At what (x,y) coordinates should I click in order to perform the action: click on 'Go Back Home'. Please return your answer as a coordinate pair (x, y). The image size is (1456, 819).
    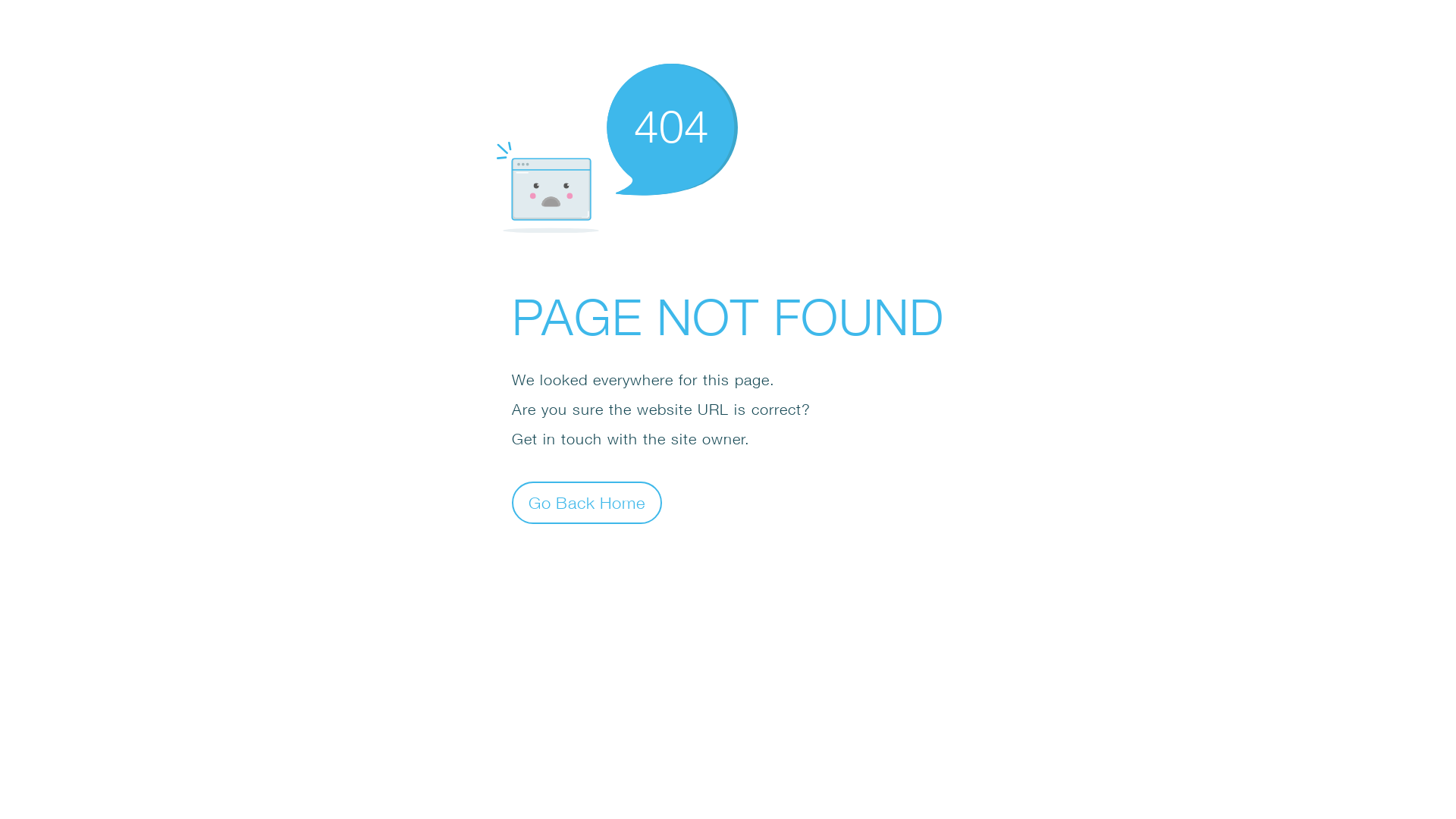
    Looking at the image, I should click on (585, 503).